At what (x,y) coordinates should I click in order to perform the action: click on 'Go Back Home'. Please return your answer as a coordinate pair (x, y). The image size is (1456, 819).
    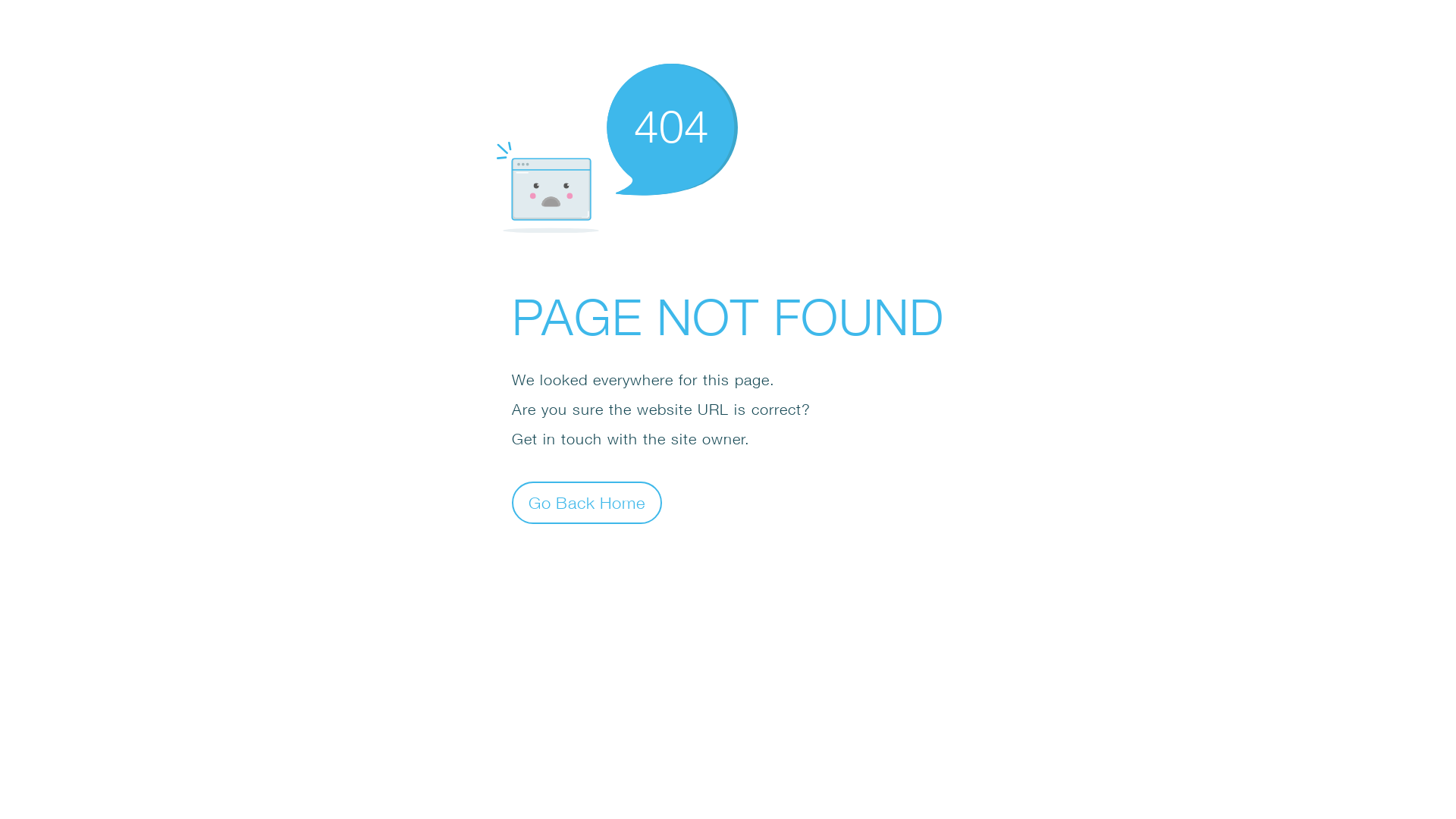
    Looking at the image, I should click on (585, 503).